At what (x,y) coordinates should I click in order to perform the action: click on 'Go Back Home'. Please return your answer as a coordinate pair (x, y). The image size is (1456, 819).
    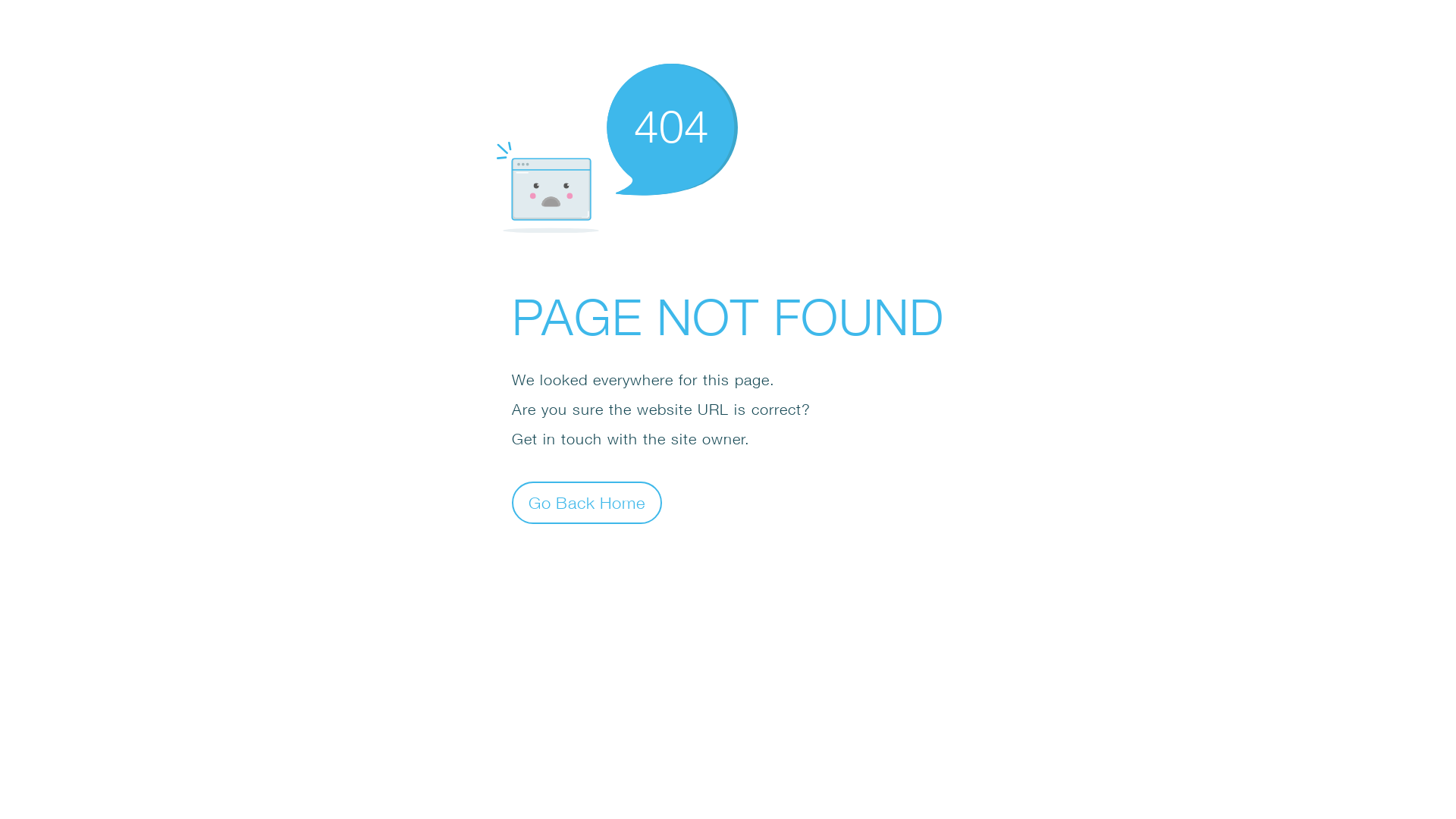
    Looking at the image, I should click on (585, 503).